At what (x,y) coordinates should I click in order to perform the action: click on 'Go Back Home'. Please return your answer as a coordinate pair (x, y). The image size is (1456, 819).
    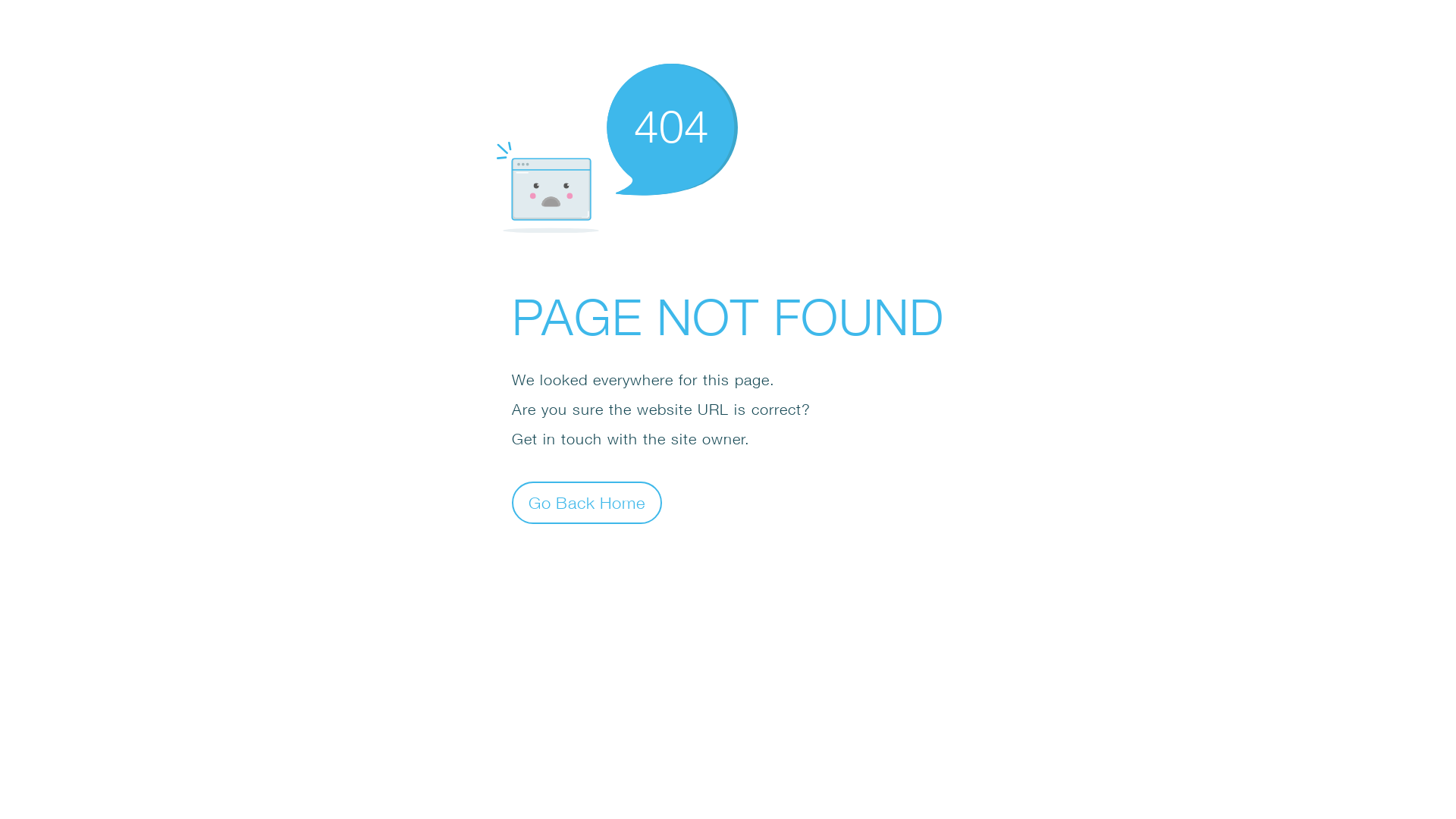
    Looking at the image, I should click on (585, 503).